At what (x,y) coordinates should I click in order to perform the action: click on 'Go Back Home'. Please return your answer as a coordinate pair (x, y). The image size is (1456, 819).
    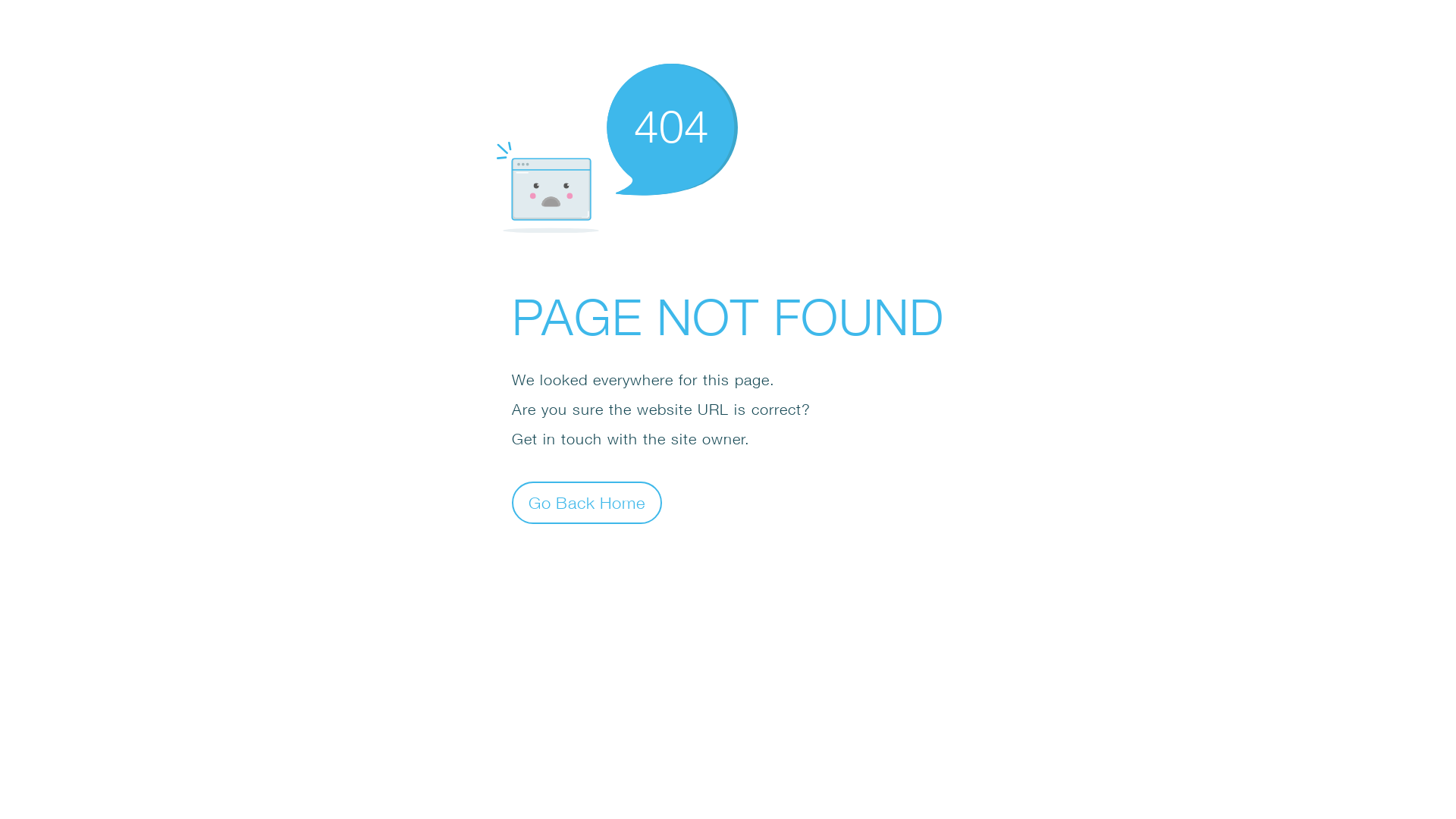
    Looking at the image, I should click on (585, 503).